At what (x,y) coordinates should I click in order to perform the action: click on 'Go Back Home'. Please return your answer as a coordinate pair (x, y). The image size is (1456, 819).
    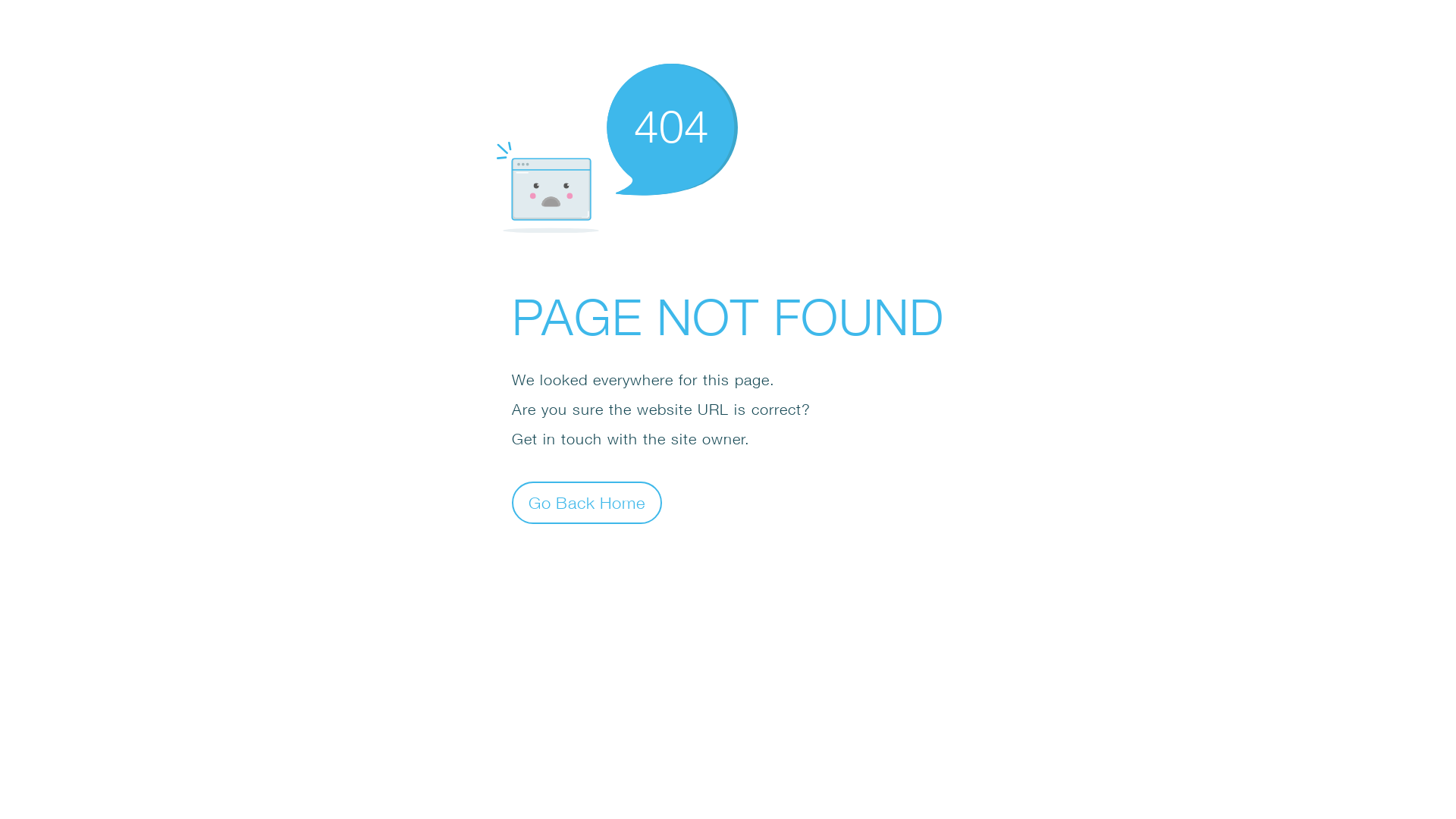
    Looking at the image, I should click on (585, 503).